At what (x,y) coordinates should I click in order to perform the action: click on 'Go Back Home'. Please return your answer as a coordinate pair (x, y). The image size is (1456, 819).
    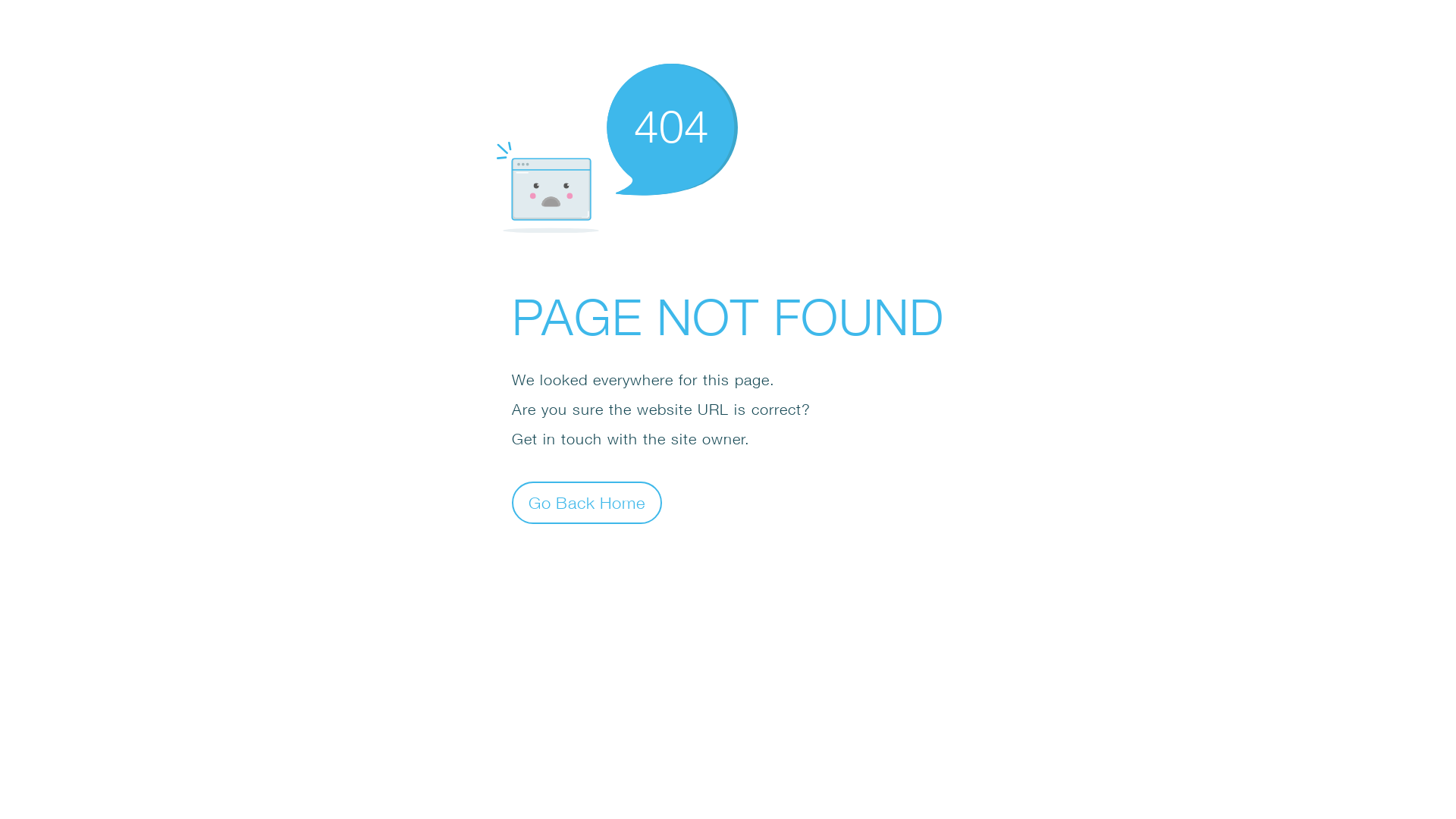
    Looking at the image, I should click on (585, 503).